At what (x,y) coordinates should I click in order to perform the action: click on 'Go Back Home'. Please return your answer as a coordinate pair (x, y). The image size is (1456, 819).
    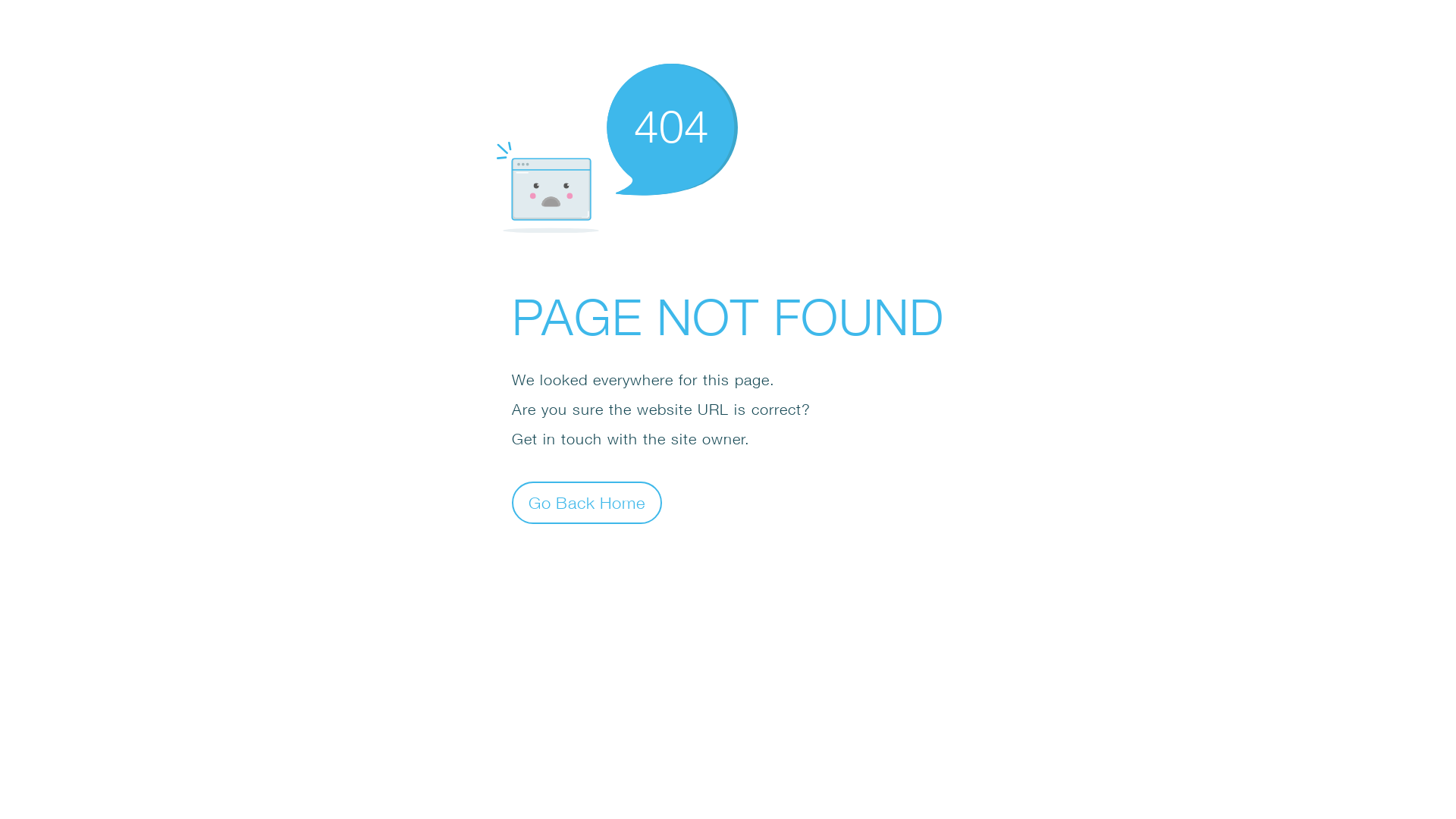
    Looking at the image, I should click on (585, 503).